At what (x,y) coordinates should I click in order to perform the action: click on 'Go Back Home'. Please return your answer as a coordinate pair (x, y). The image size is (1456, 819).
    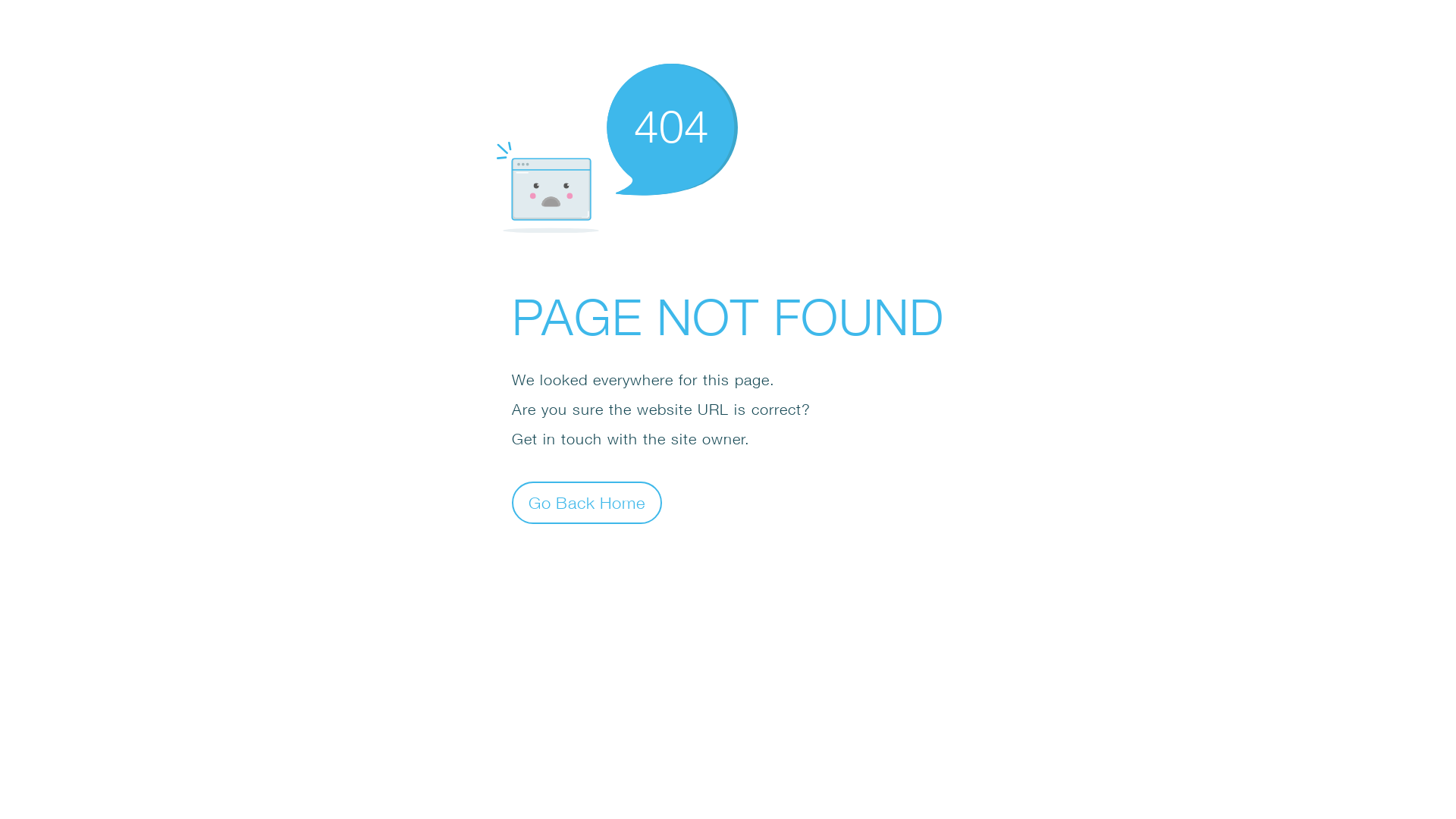
    Looking at the image, I should click on (585, 503).